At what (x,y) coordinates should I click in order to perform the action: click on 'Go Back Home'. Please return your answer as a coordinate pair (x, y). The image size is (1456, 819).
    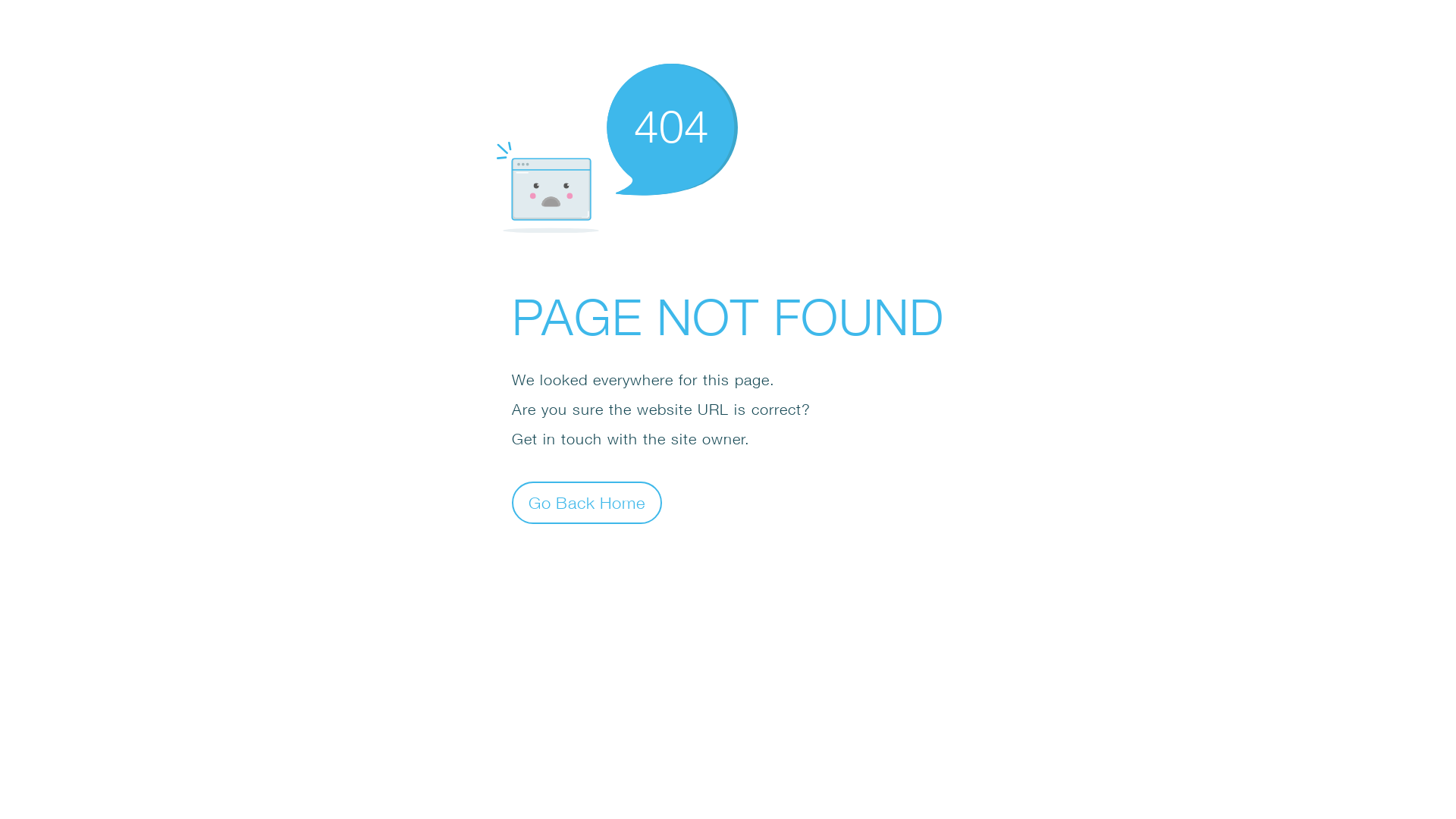
    Looking at the image, I should click on (585, 503).